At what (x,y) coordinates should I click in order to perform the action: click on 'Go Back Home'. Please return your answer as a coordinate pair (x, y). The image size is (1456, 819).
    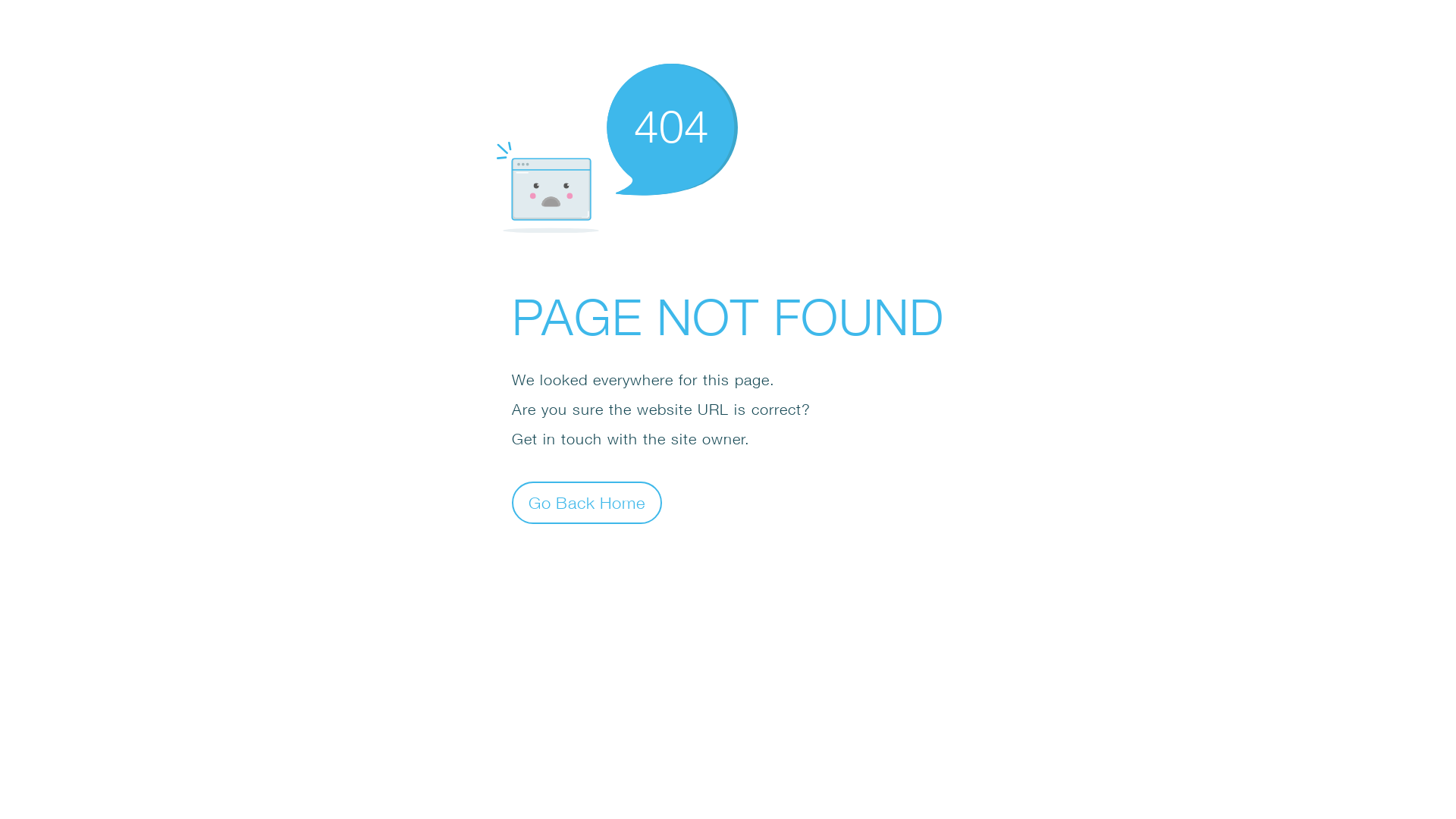
    Looking at the image, I should click on (585, 503).